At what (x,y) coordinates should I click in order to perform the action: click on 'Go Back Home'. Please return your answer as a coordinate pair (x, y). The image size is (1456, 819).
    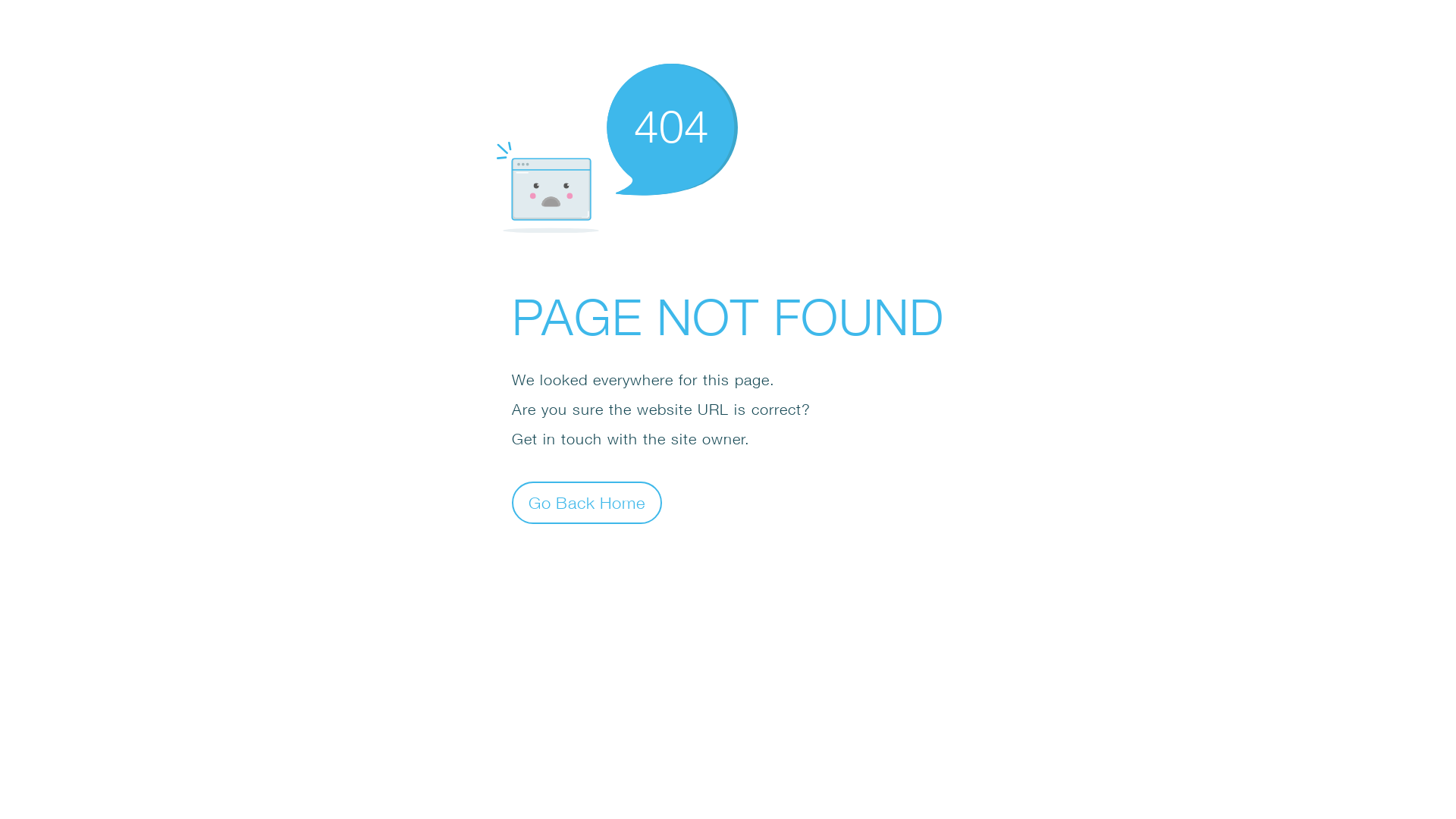
    Looking at the image, I should click on (585, 503).